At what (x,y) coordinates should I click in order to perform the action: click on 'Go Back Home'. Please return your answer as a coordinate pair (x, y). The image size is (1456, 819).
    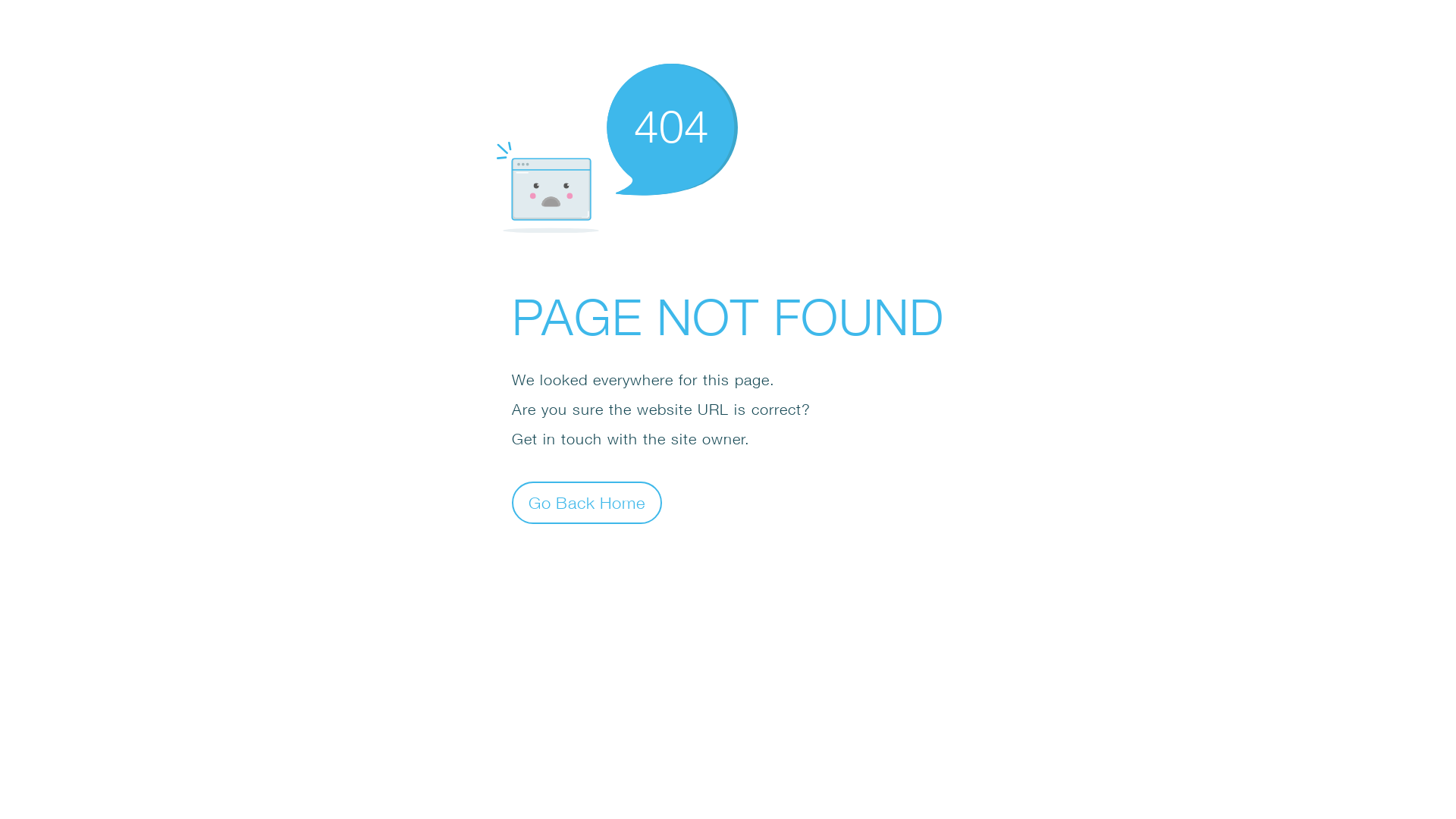
    Looking at the image, I should click on (585, 503).